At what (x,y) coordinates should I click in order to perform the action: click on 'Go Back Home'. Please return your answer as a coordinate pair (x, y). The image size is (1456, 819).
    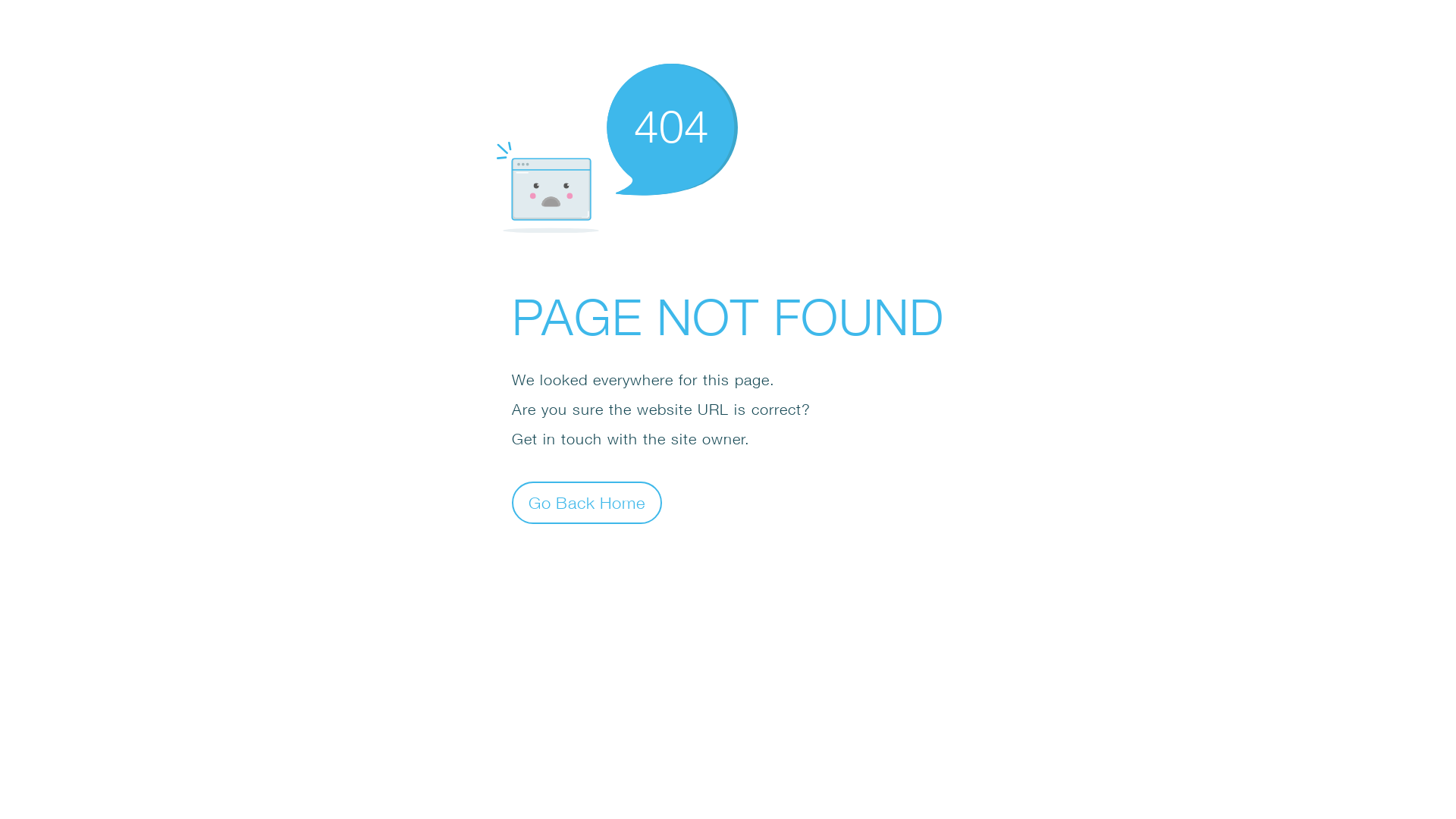
    Looking at the image, I should click on (585, 503).